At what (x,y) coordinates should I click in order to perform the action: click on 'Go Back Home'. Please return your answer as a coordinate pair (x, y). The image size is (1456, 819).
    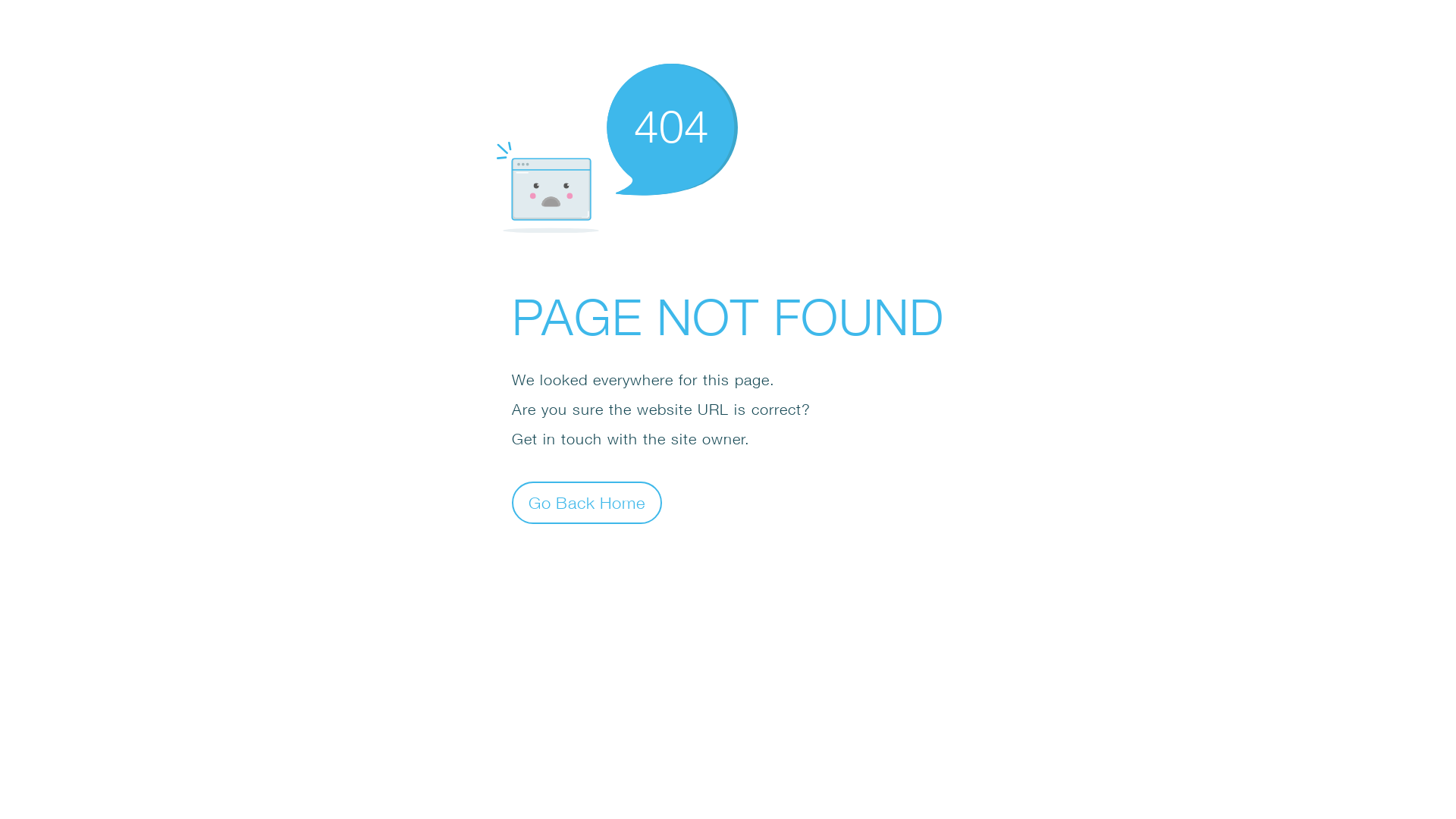
    Looking at the image, I should click on (585, 503).